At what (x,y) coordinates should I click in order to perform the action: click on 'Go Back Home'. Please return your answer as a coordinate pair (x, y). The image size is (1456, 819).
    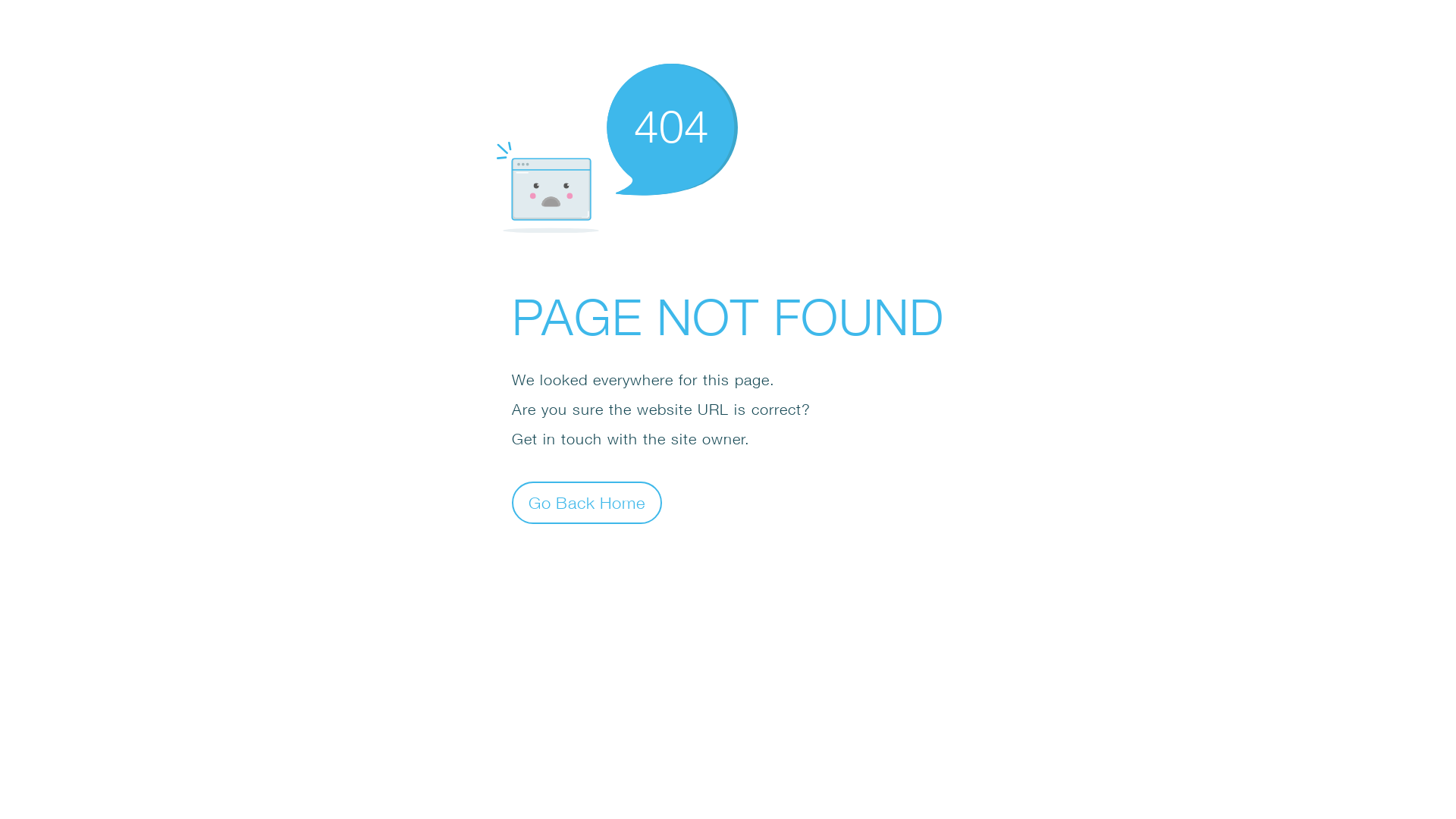
    Looking at the image, I should click on (585, 503).